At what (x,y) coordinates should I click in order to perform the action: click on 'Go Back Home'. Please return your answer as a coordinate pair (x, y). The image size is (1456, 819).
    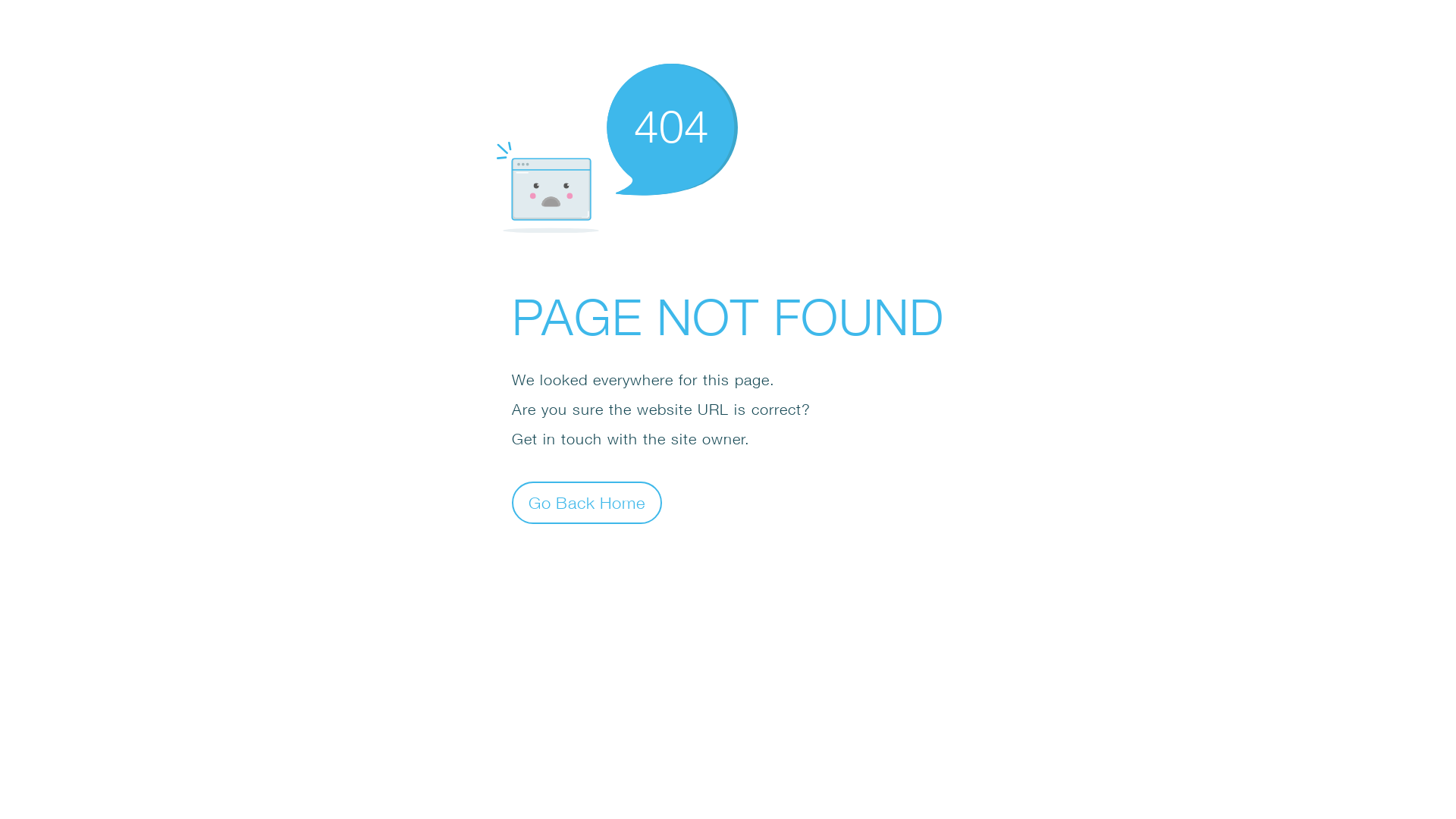
    Looking at the image, I should click on (585, 503).